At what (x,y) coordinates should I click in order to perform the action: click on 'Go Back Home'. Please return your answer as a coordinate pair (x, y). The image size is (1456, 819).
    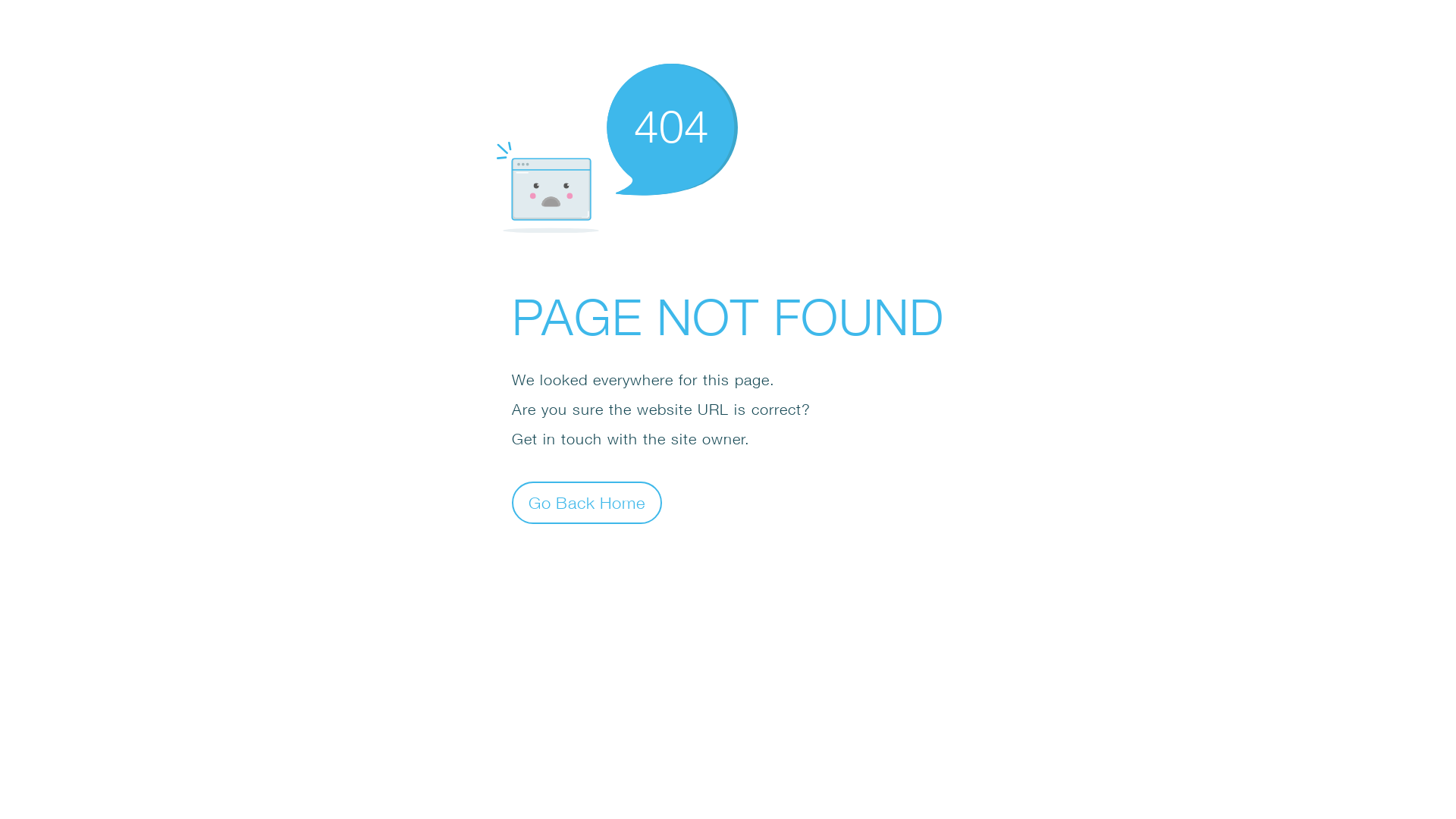
    Looking at the image, I should click on (585, 503).